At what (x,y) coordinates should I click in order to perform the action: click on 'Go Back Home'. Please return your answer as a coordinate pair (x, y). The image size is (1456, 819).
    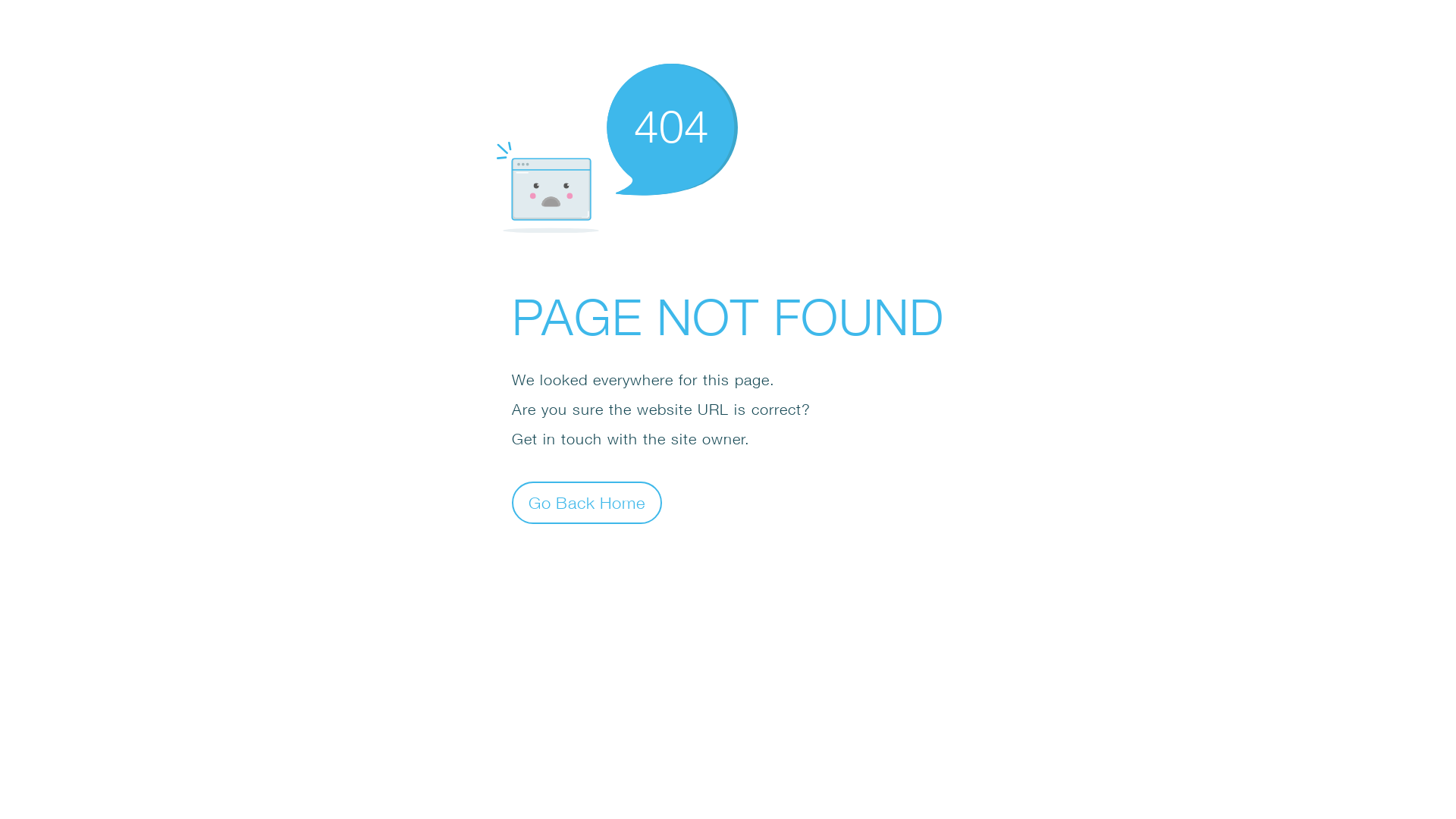
    Looking at the image, I should click on (585, 503).